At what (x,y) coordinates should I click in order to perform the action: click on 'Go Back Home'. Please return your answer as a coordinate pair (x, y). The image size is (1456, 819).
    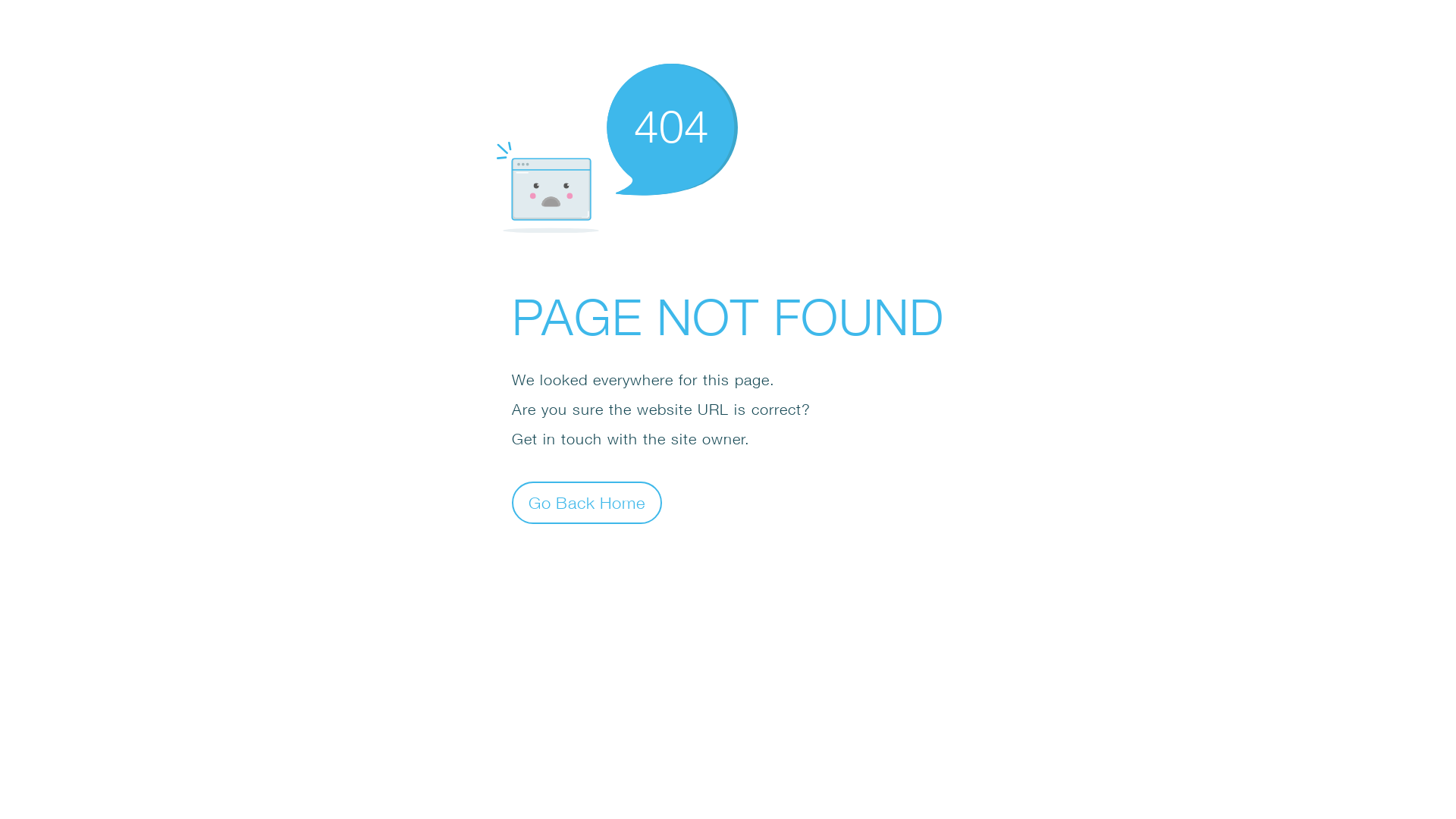
    Looking at the image, I should click on (585, 503).